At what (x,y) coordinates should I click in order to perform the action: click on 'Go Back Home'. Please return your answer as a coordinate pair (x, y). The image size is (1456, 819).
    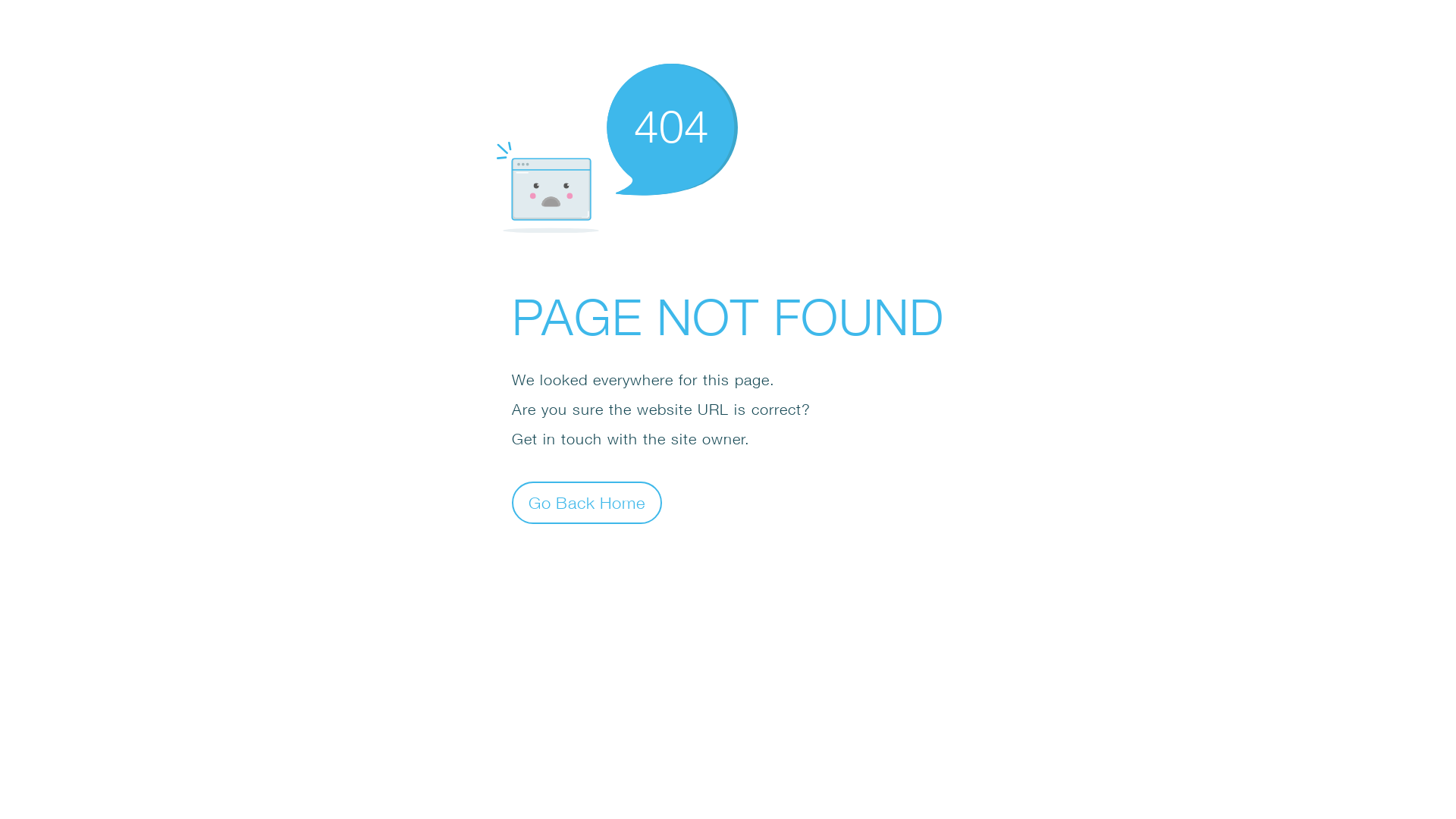
    Looking at the image, I should click on (585, 503).